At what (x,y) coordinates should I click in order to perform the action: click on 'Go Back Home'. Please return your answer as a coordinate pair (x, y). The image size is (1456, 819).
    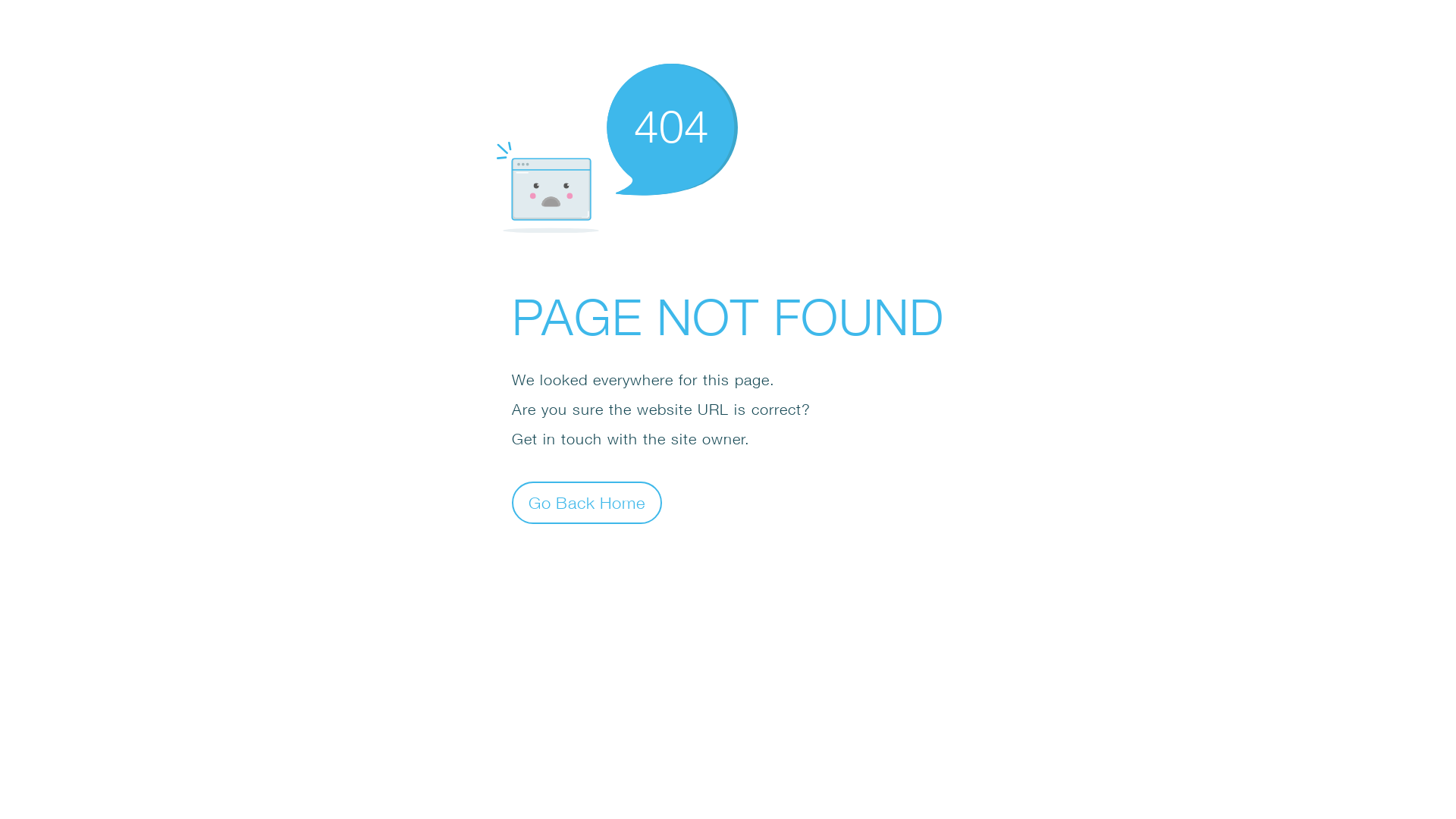
    Looking at the image, I should click on (585, 503).